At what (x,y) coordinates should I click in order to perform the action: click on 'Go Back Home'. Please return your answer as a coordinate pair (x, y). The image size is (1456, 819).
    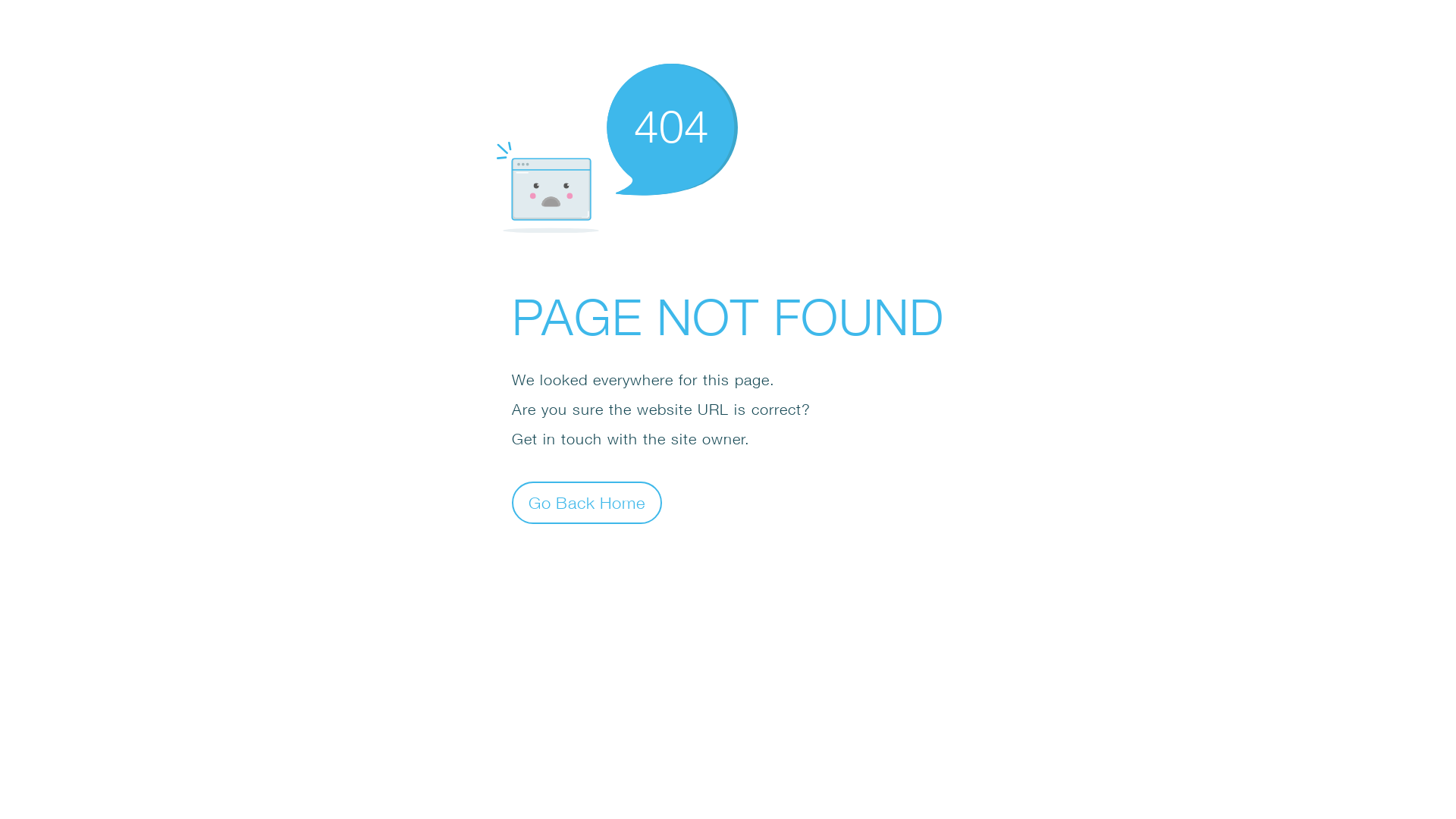
    Looking at the image, I should click on (585, 503).